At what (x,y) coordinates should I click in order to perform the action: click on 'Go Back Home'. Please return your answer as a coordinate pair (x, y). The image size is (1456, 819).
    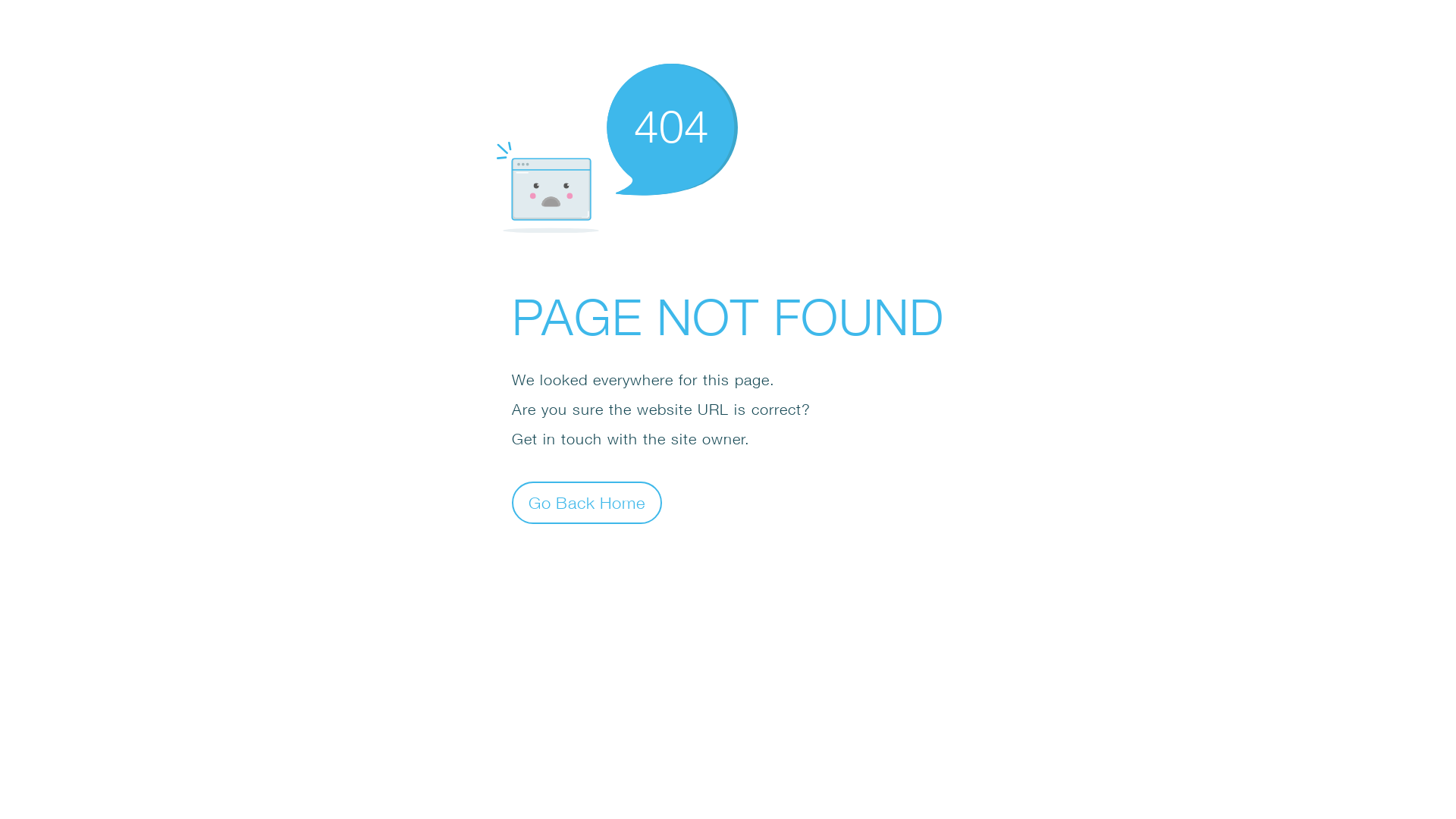
    Looking at the image, I should click on (585, 503).